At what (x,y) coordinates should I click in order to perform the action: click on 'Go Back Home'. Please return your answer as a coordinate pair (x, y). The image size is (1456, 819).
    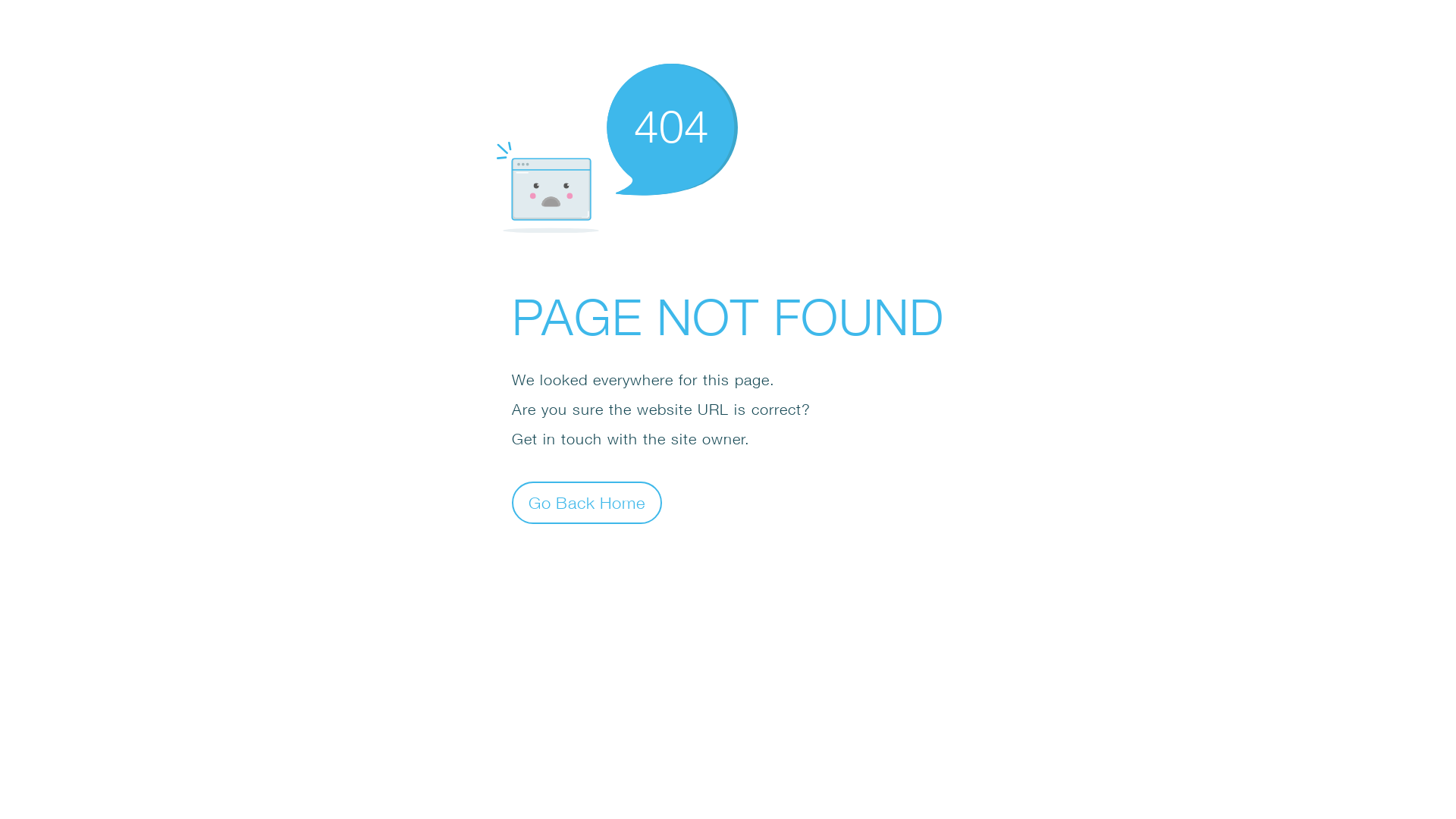
    Looking at the image, I should click on (585, 503).